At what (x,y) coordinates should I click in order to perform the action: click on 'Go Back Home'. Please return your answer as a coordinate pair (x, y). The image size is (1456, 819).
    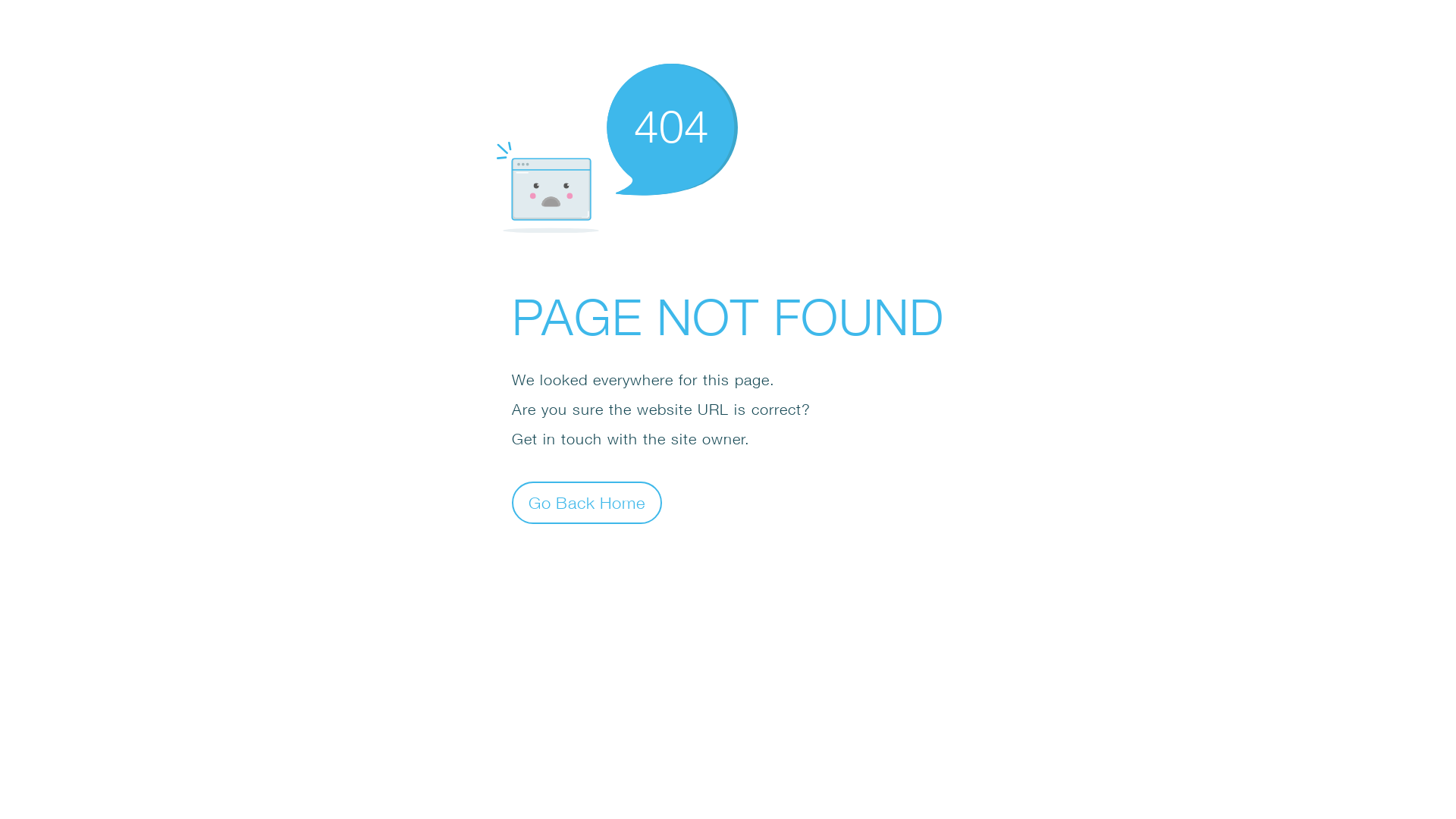
    Looking at the image, I should click on (585, 503).